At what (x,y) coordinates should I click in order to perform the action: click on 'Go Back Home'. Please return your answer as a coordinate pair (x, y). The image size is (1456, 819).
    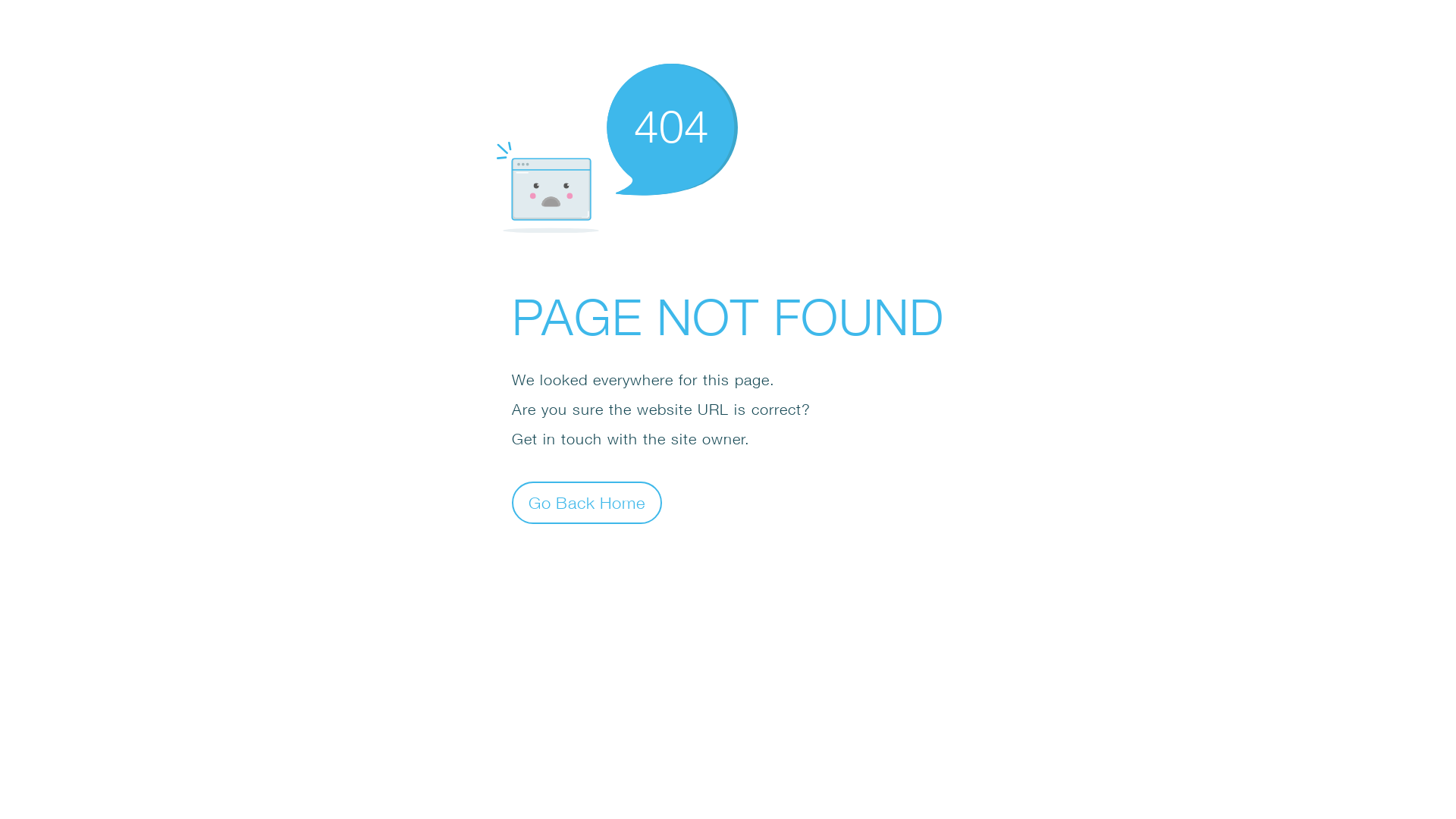
    Looking at the image, I should click on (585, 503).